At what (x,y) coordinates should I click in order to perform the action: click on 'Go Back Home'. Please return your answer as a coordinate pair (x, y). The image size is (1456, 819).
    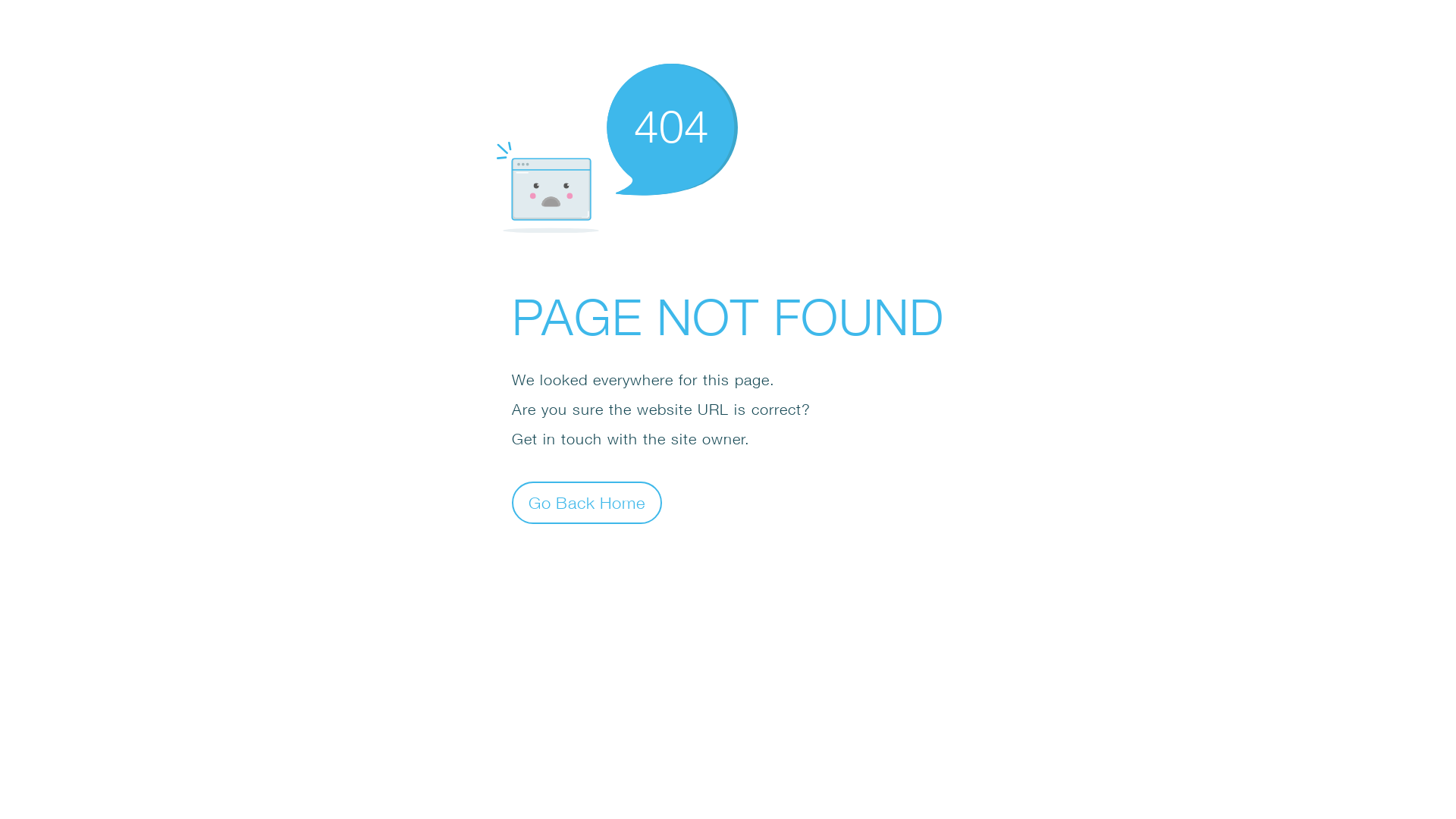
    Looking at the image, I should click on (585, 503).